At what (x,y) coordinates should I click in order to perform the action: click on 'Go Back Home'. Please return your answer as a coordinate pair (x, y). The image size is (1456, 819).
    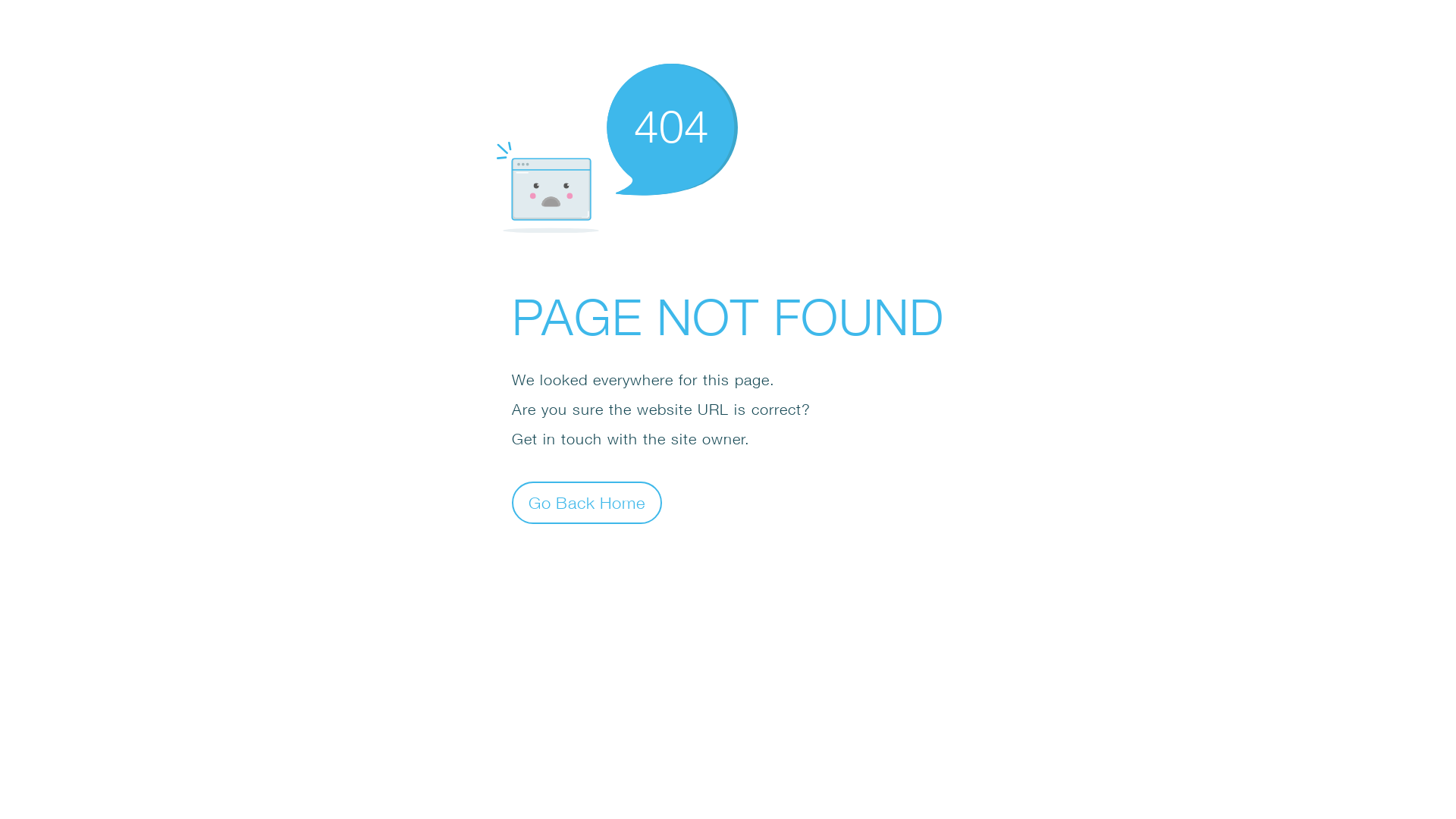
    Looking at the image, I should click on (585, 503).